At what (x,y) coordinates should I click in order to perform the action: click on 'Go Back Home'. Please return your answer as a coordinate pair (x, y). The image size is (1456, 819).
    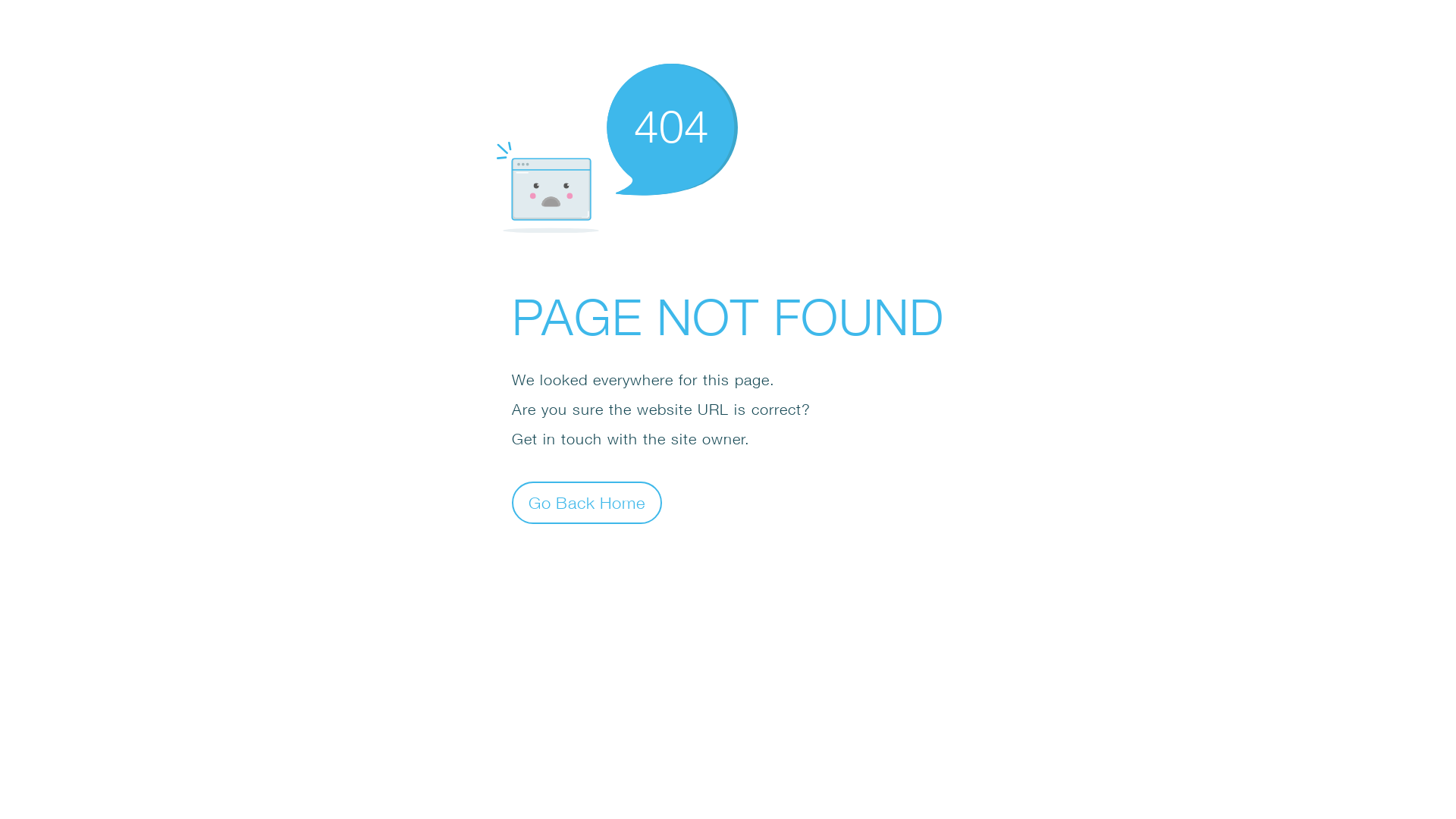
    Looking at the image, I should click on (585, 503).